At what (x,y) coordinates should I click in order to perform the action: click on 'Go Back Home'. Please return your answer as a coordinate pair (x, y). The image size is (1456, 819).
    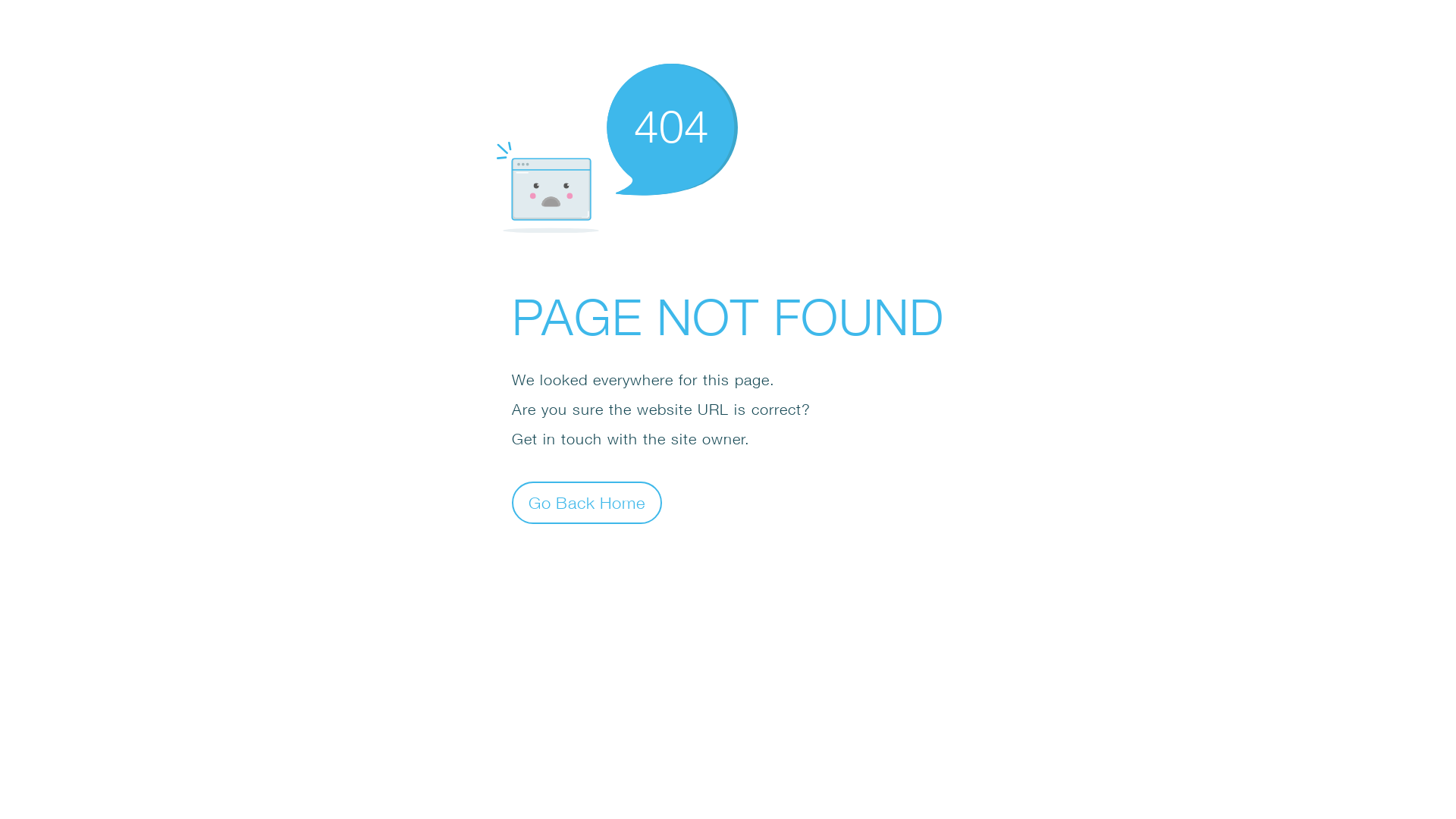
    Looking at the image, I should click on (585, 503).